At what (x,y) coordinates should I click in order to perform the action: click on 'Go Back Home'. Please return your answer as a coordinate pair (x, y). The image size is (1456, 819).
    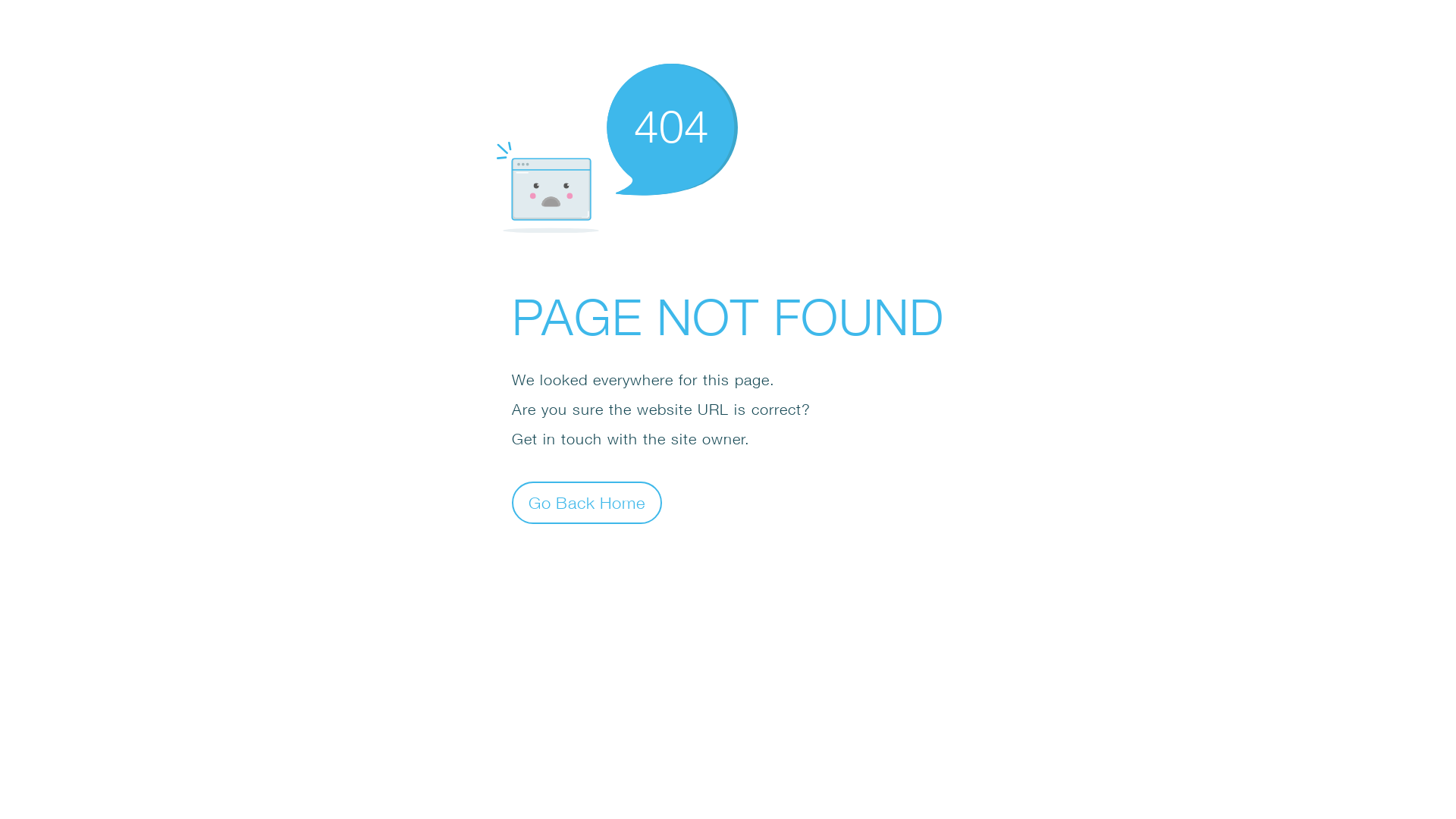
    Looking at the image, I should click on (585, 503).